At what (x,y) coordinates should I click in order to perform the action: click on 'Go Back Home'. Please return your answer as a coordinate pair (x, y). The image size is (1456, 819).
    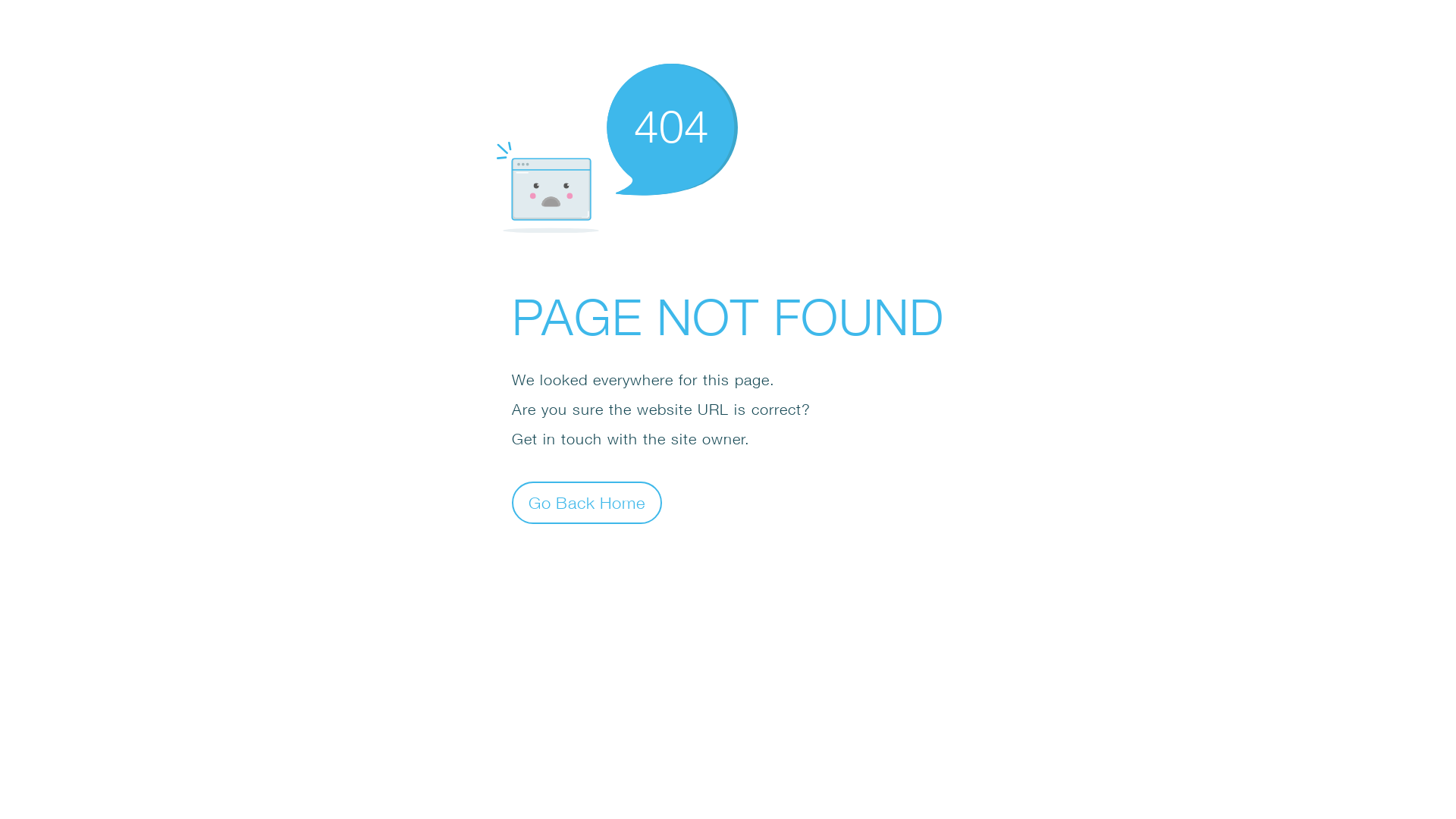
    Looking at the image, I should click on (585, 503).